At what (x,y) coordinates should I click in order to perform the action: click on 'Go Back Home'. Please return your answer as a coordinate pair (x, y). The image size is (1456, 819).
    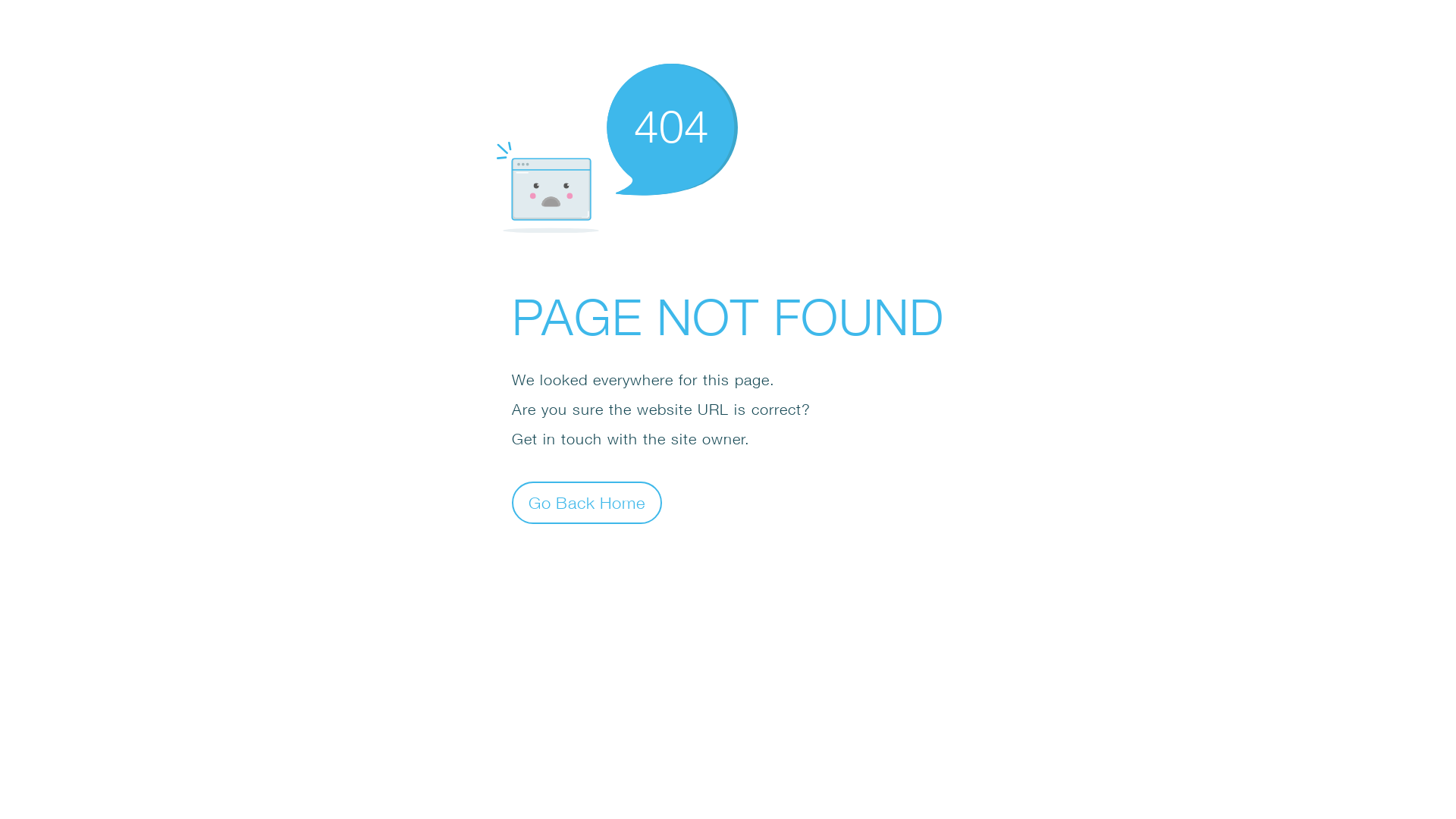
    Looking at the image, I should click on (585, 503).